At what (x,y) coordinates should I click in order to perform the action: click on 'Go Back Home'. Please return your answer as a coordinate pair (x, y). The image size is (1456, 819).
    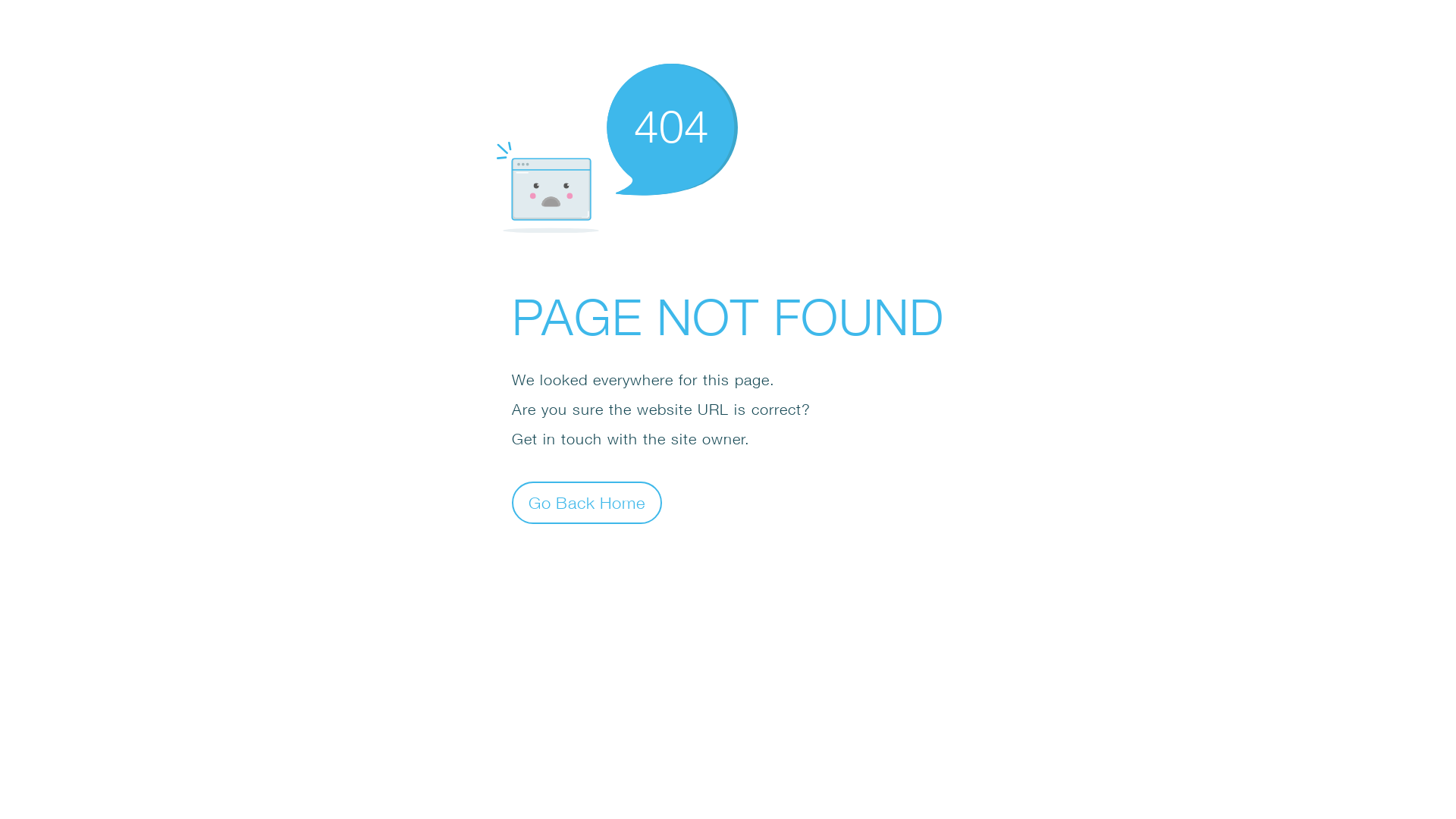
    Looking at the image, I should click on (585, 503).